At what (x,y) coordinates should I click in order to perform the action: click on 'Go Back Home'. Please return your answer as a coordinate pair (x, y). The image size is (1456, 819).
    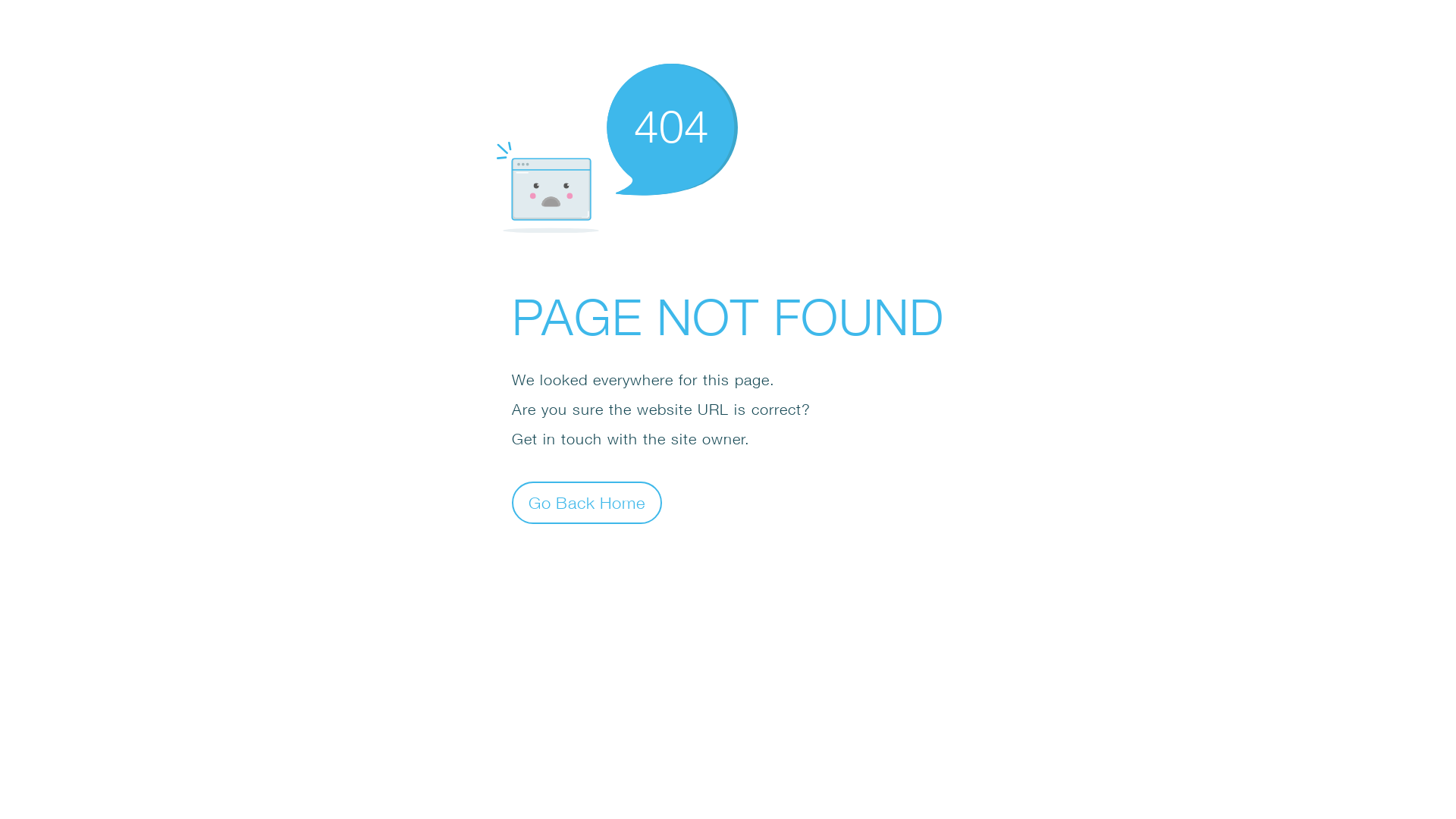
    Looking at the image, I should click on (585, 503).